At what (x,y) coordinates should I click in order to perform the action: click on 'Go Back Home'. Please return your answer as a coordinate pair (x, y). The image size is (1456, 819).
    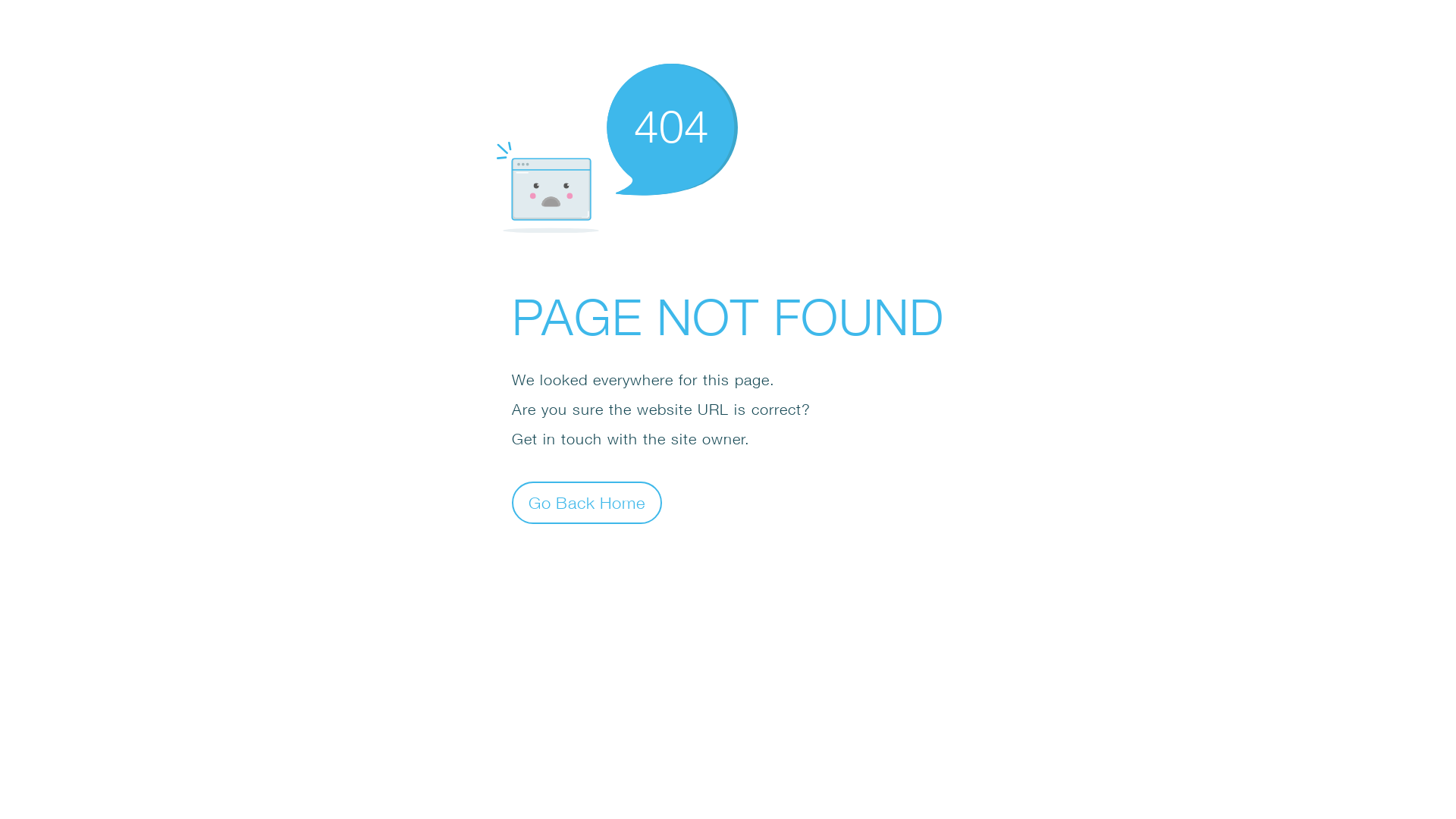
    Looking at the image, I should click on (585, 503).